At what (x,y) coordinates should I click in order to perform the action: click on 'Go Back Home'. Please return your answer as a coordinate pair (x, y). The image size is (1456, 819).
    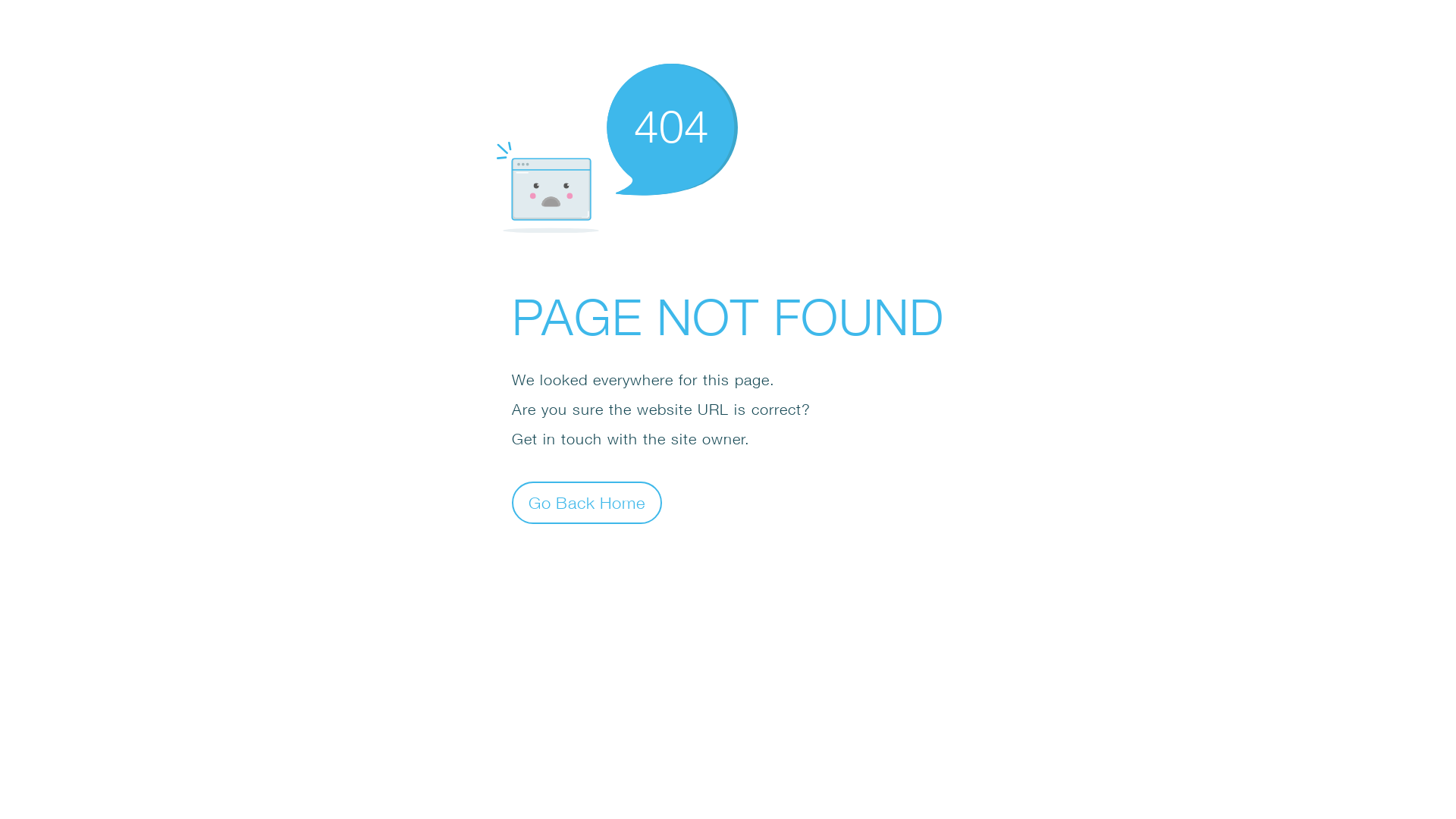
    Looking at the image, I should click on (585, 503).